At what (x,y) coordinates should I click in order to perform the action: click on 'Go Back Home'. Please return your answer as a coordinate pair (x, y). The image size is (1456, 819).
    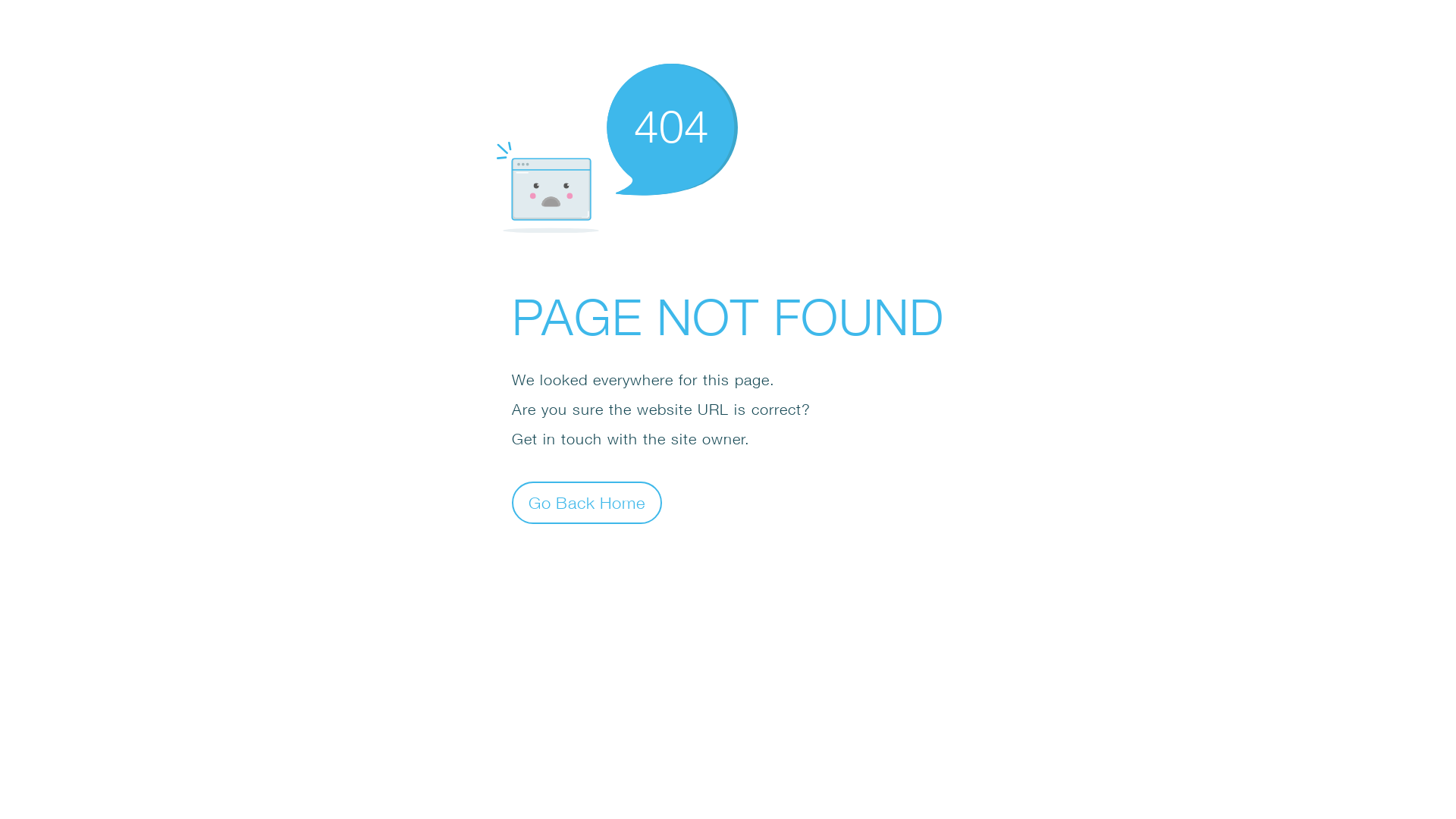
    Looking at the image, I should click on (585, 503).